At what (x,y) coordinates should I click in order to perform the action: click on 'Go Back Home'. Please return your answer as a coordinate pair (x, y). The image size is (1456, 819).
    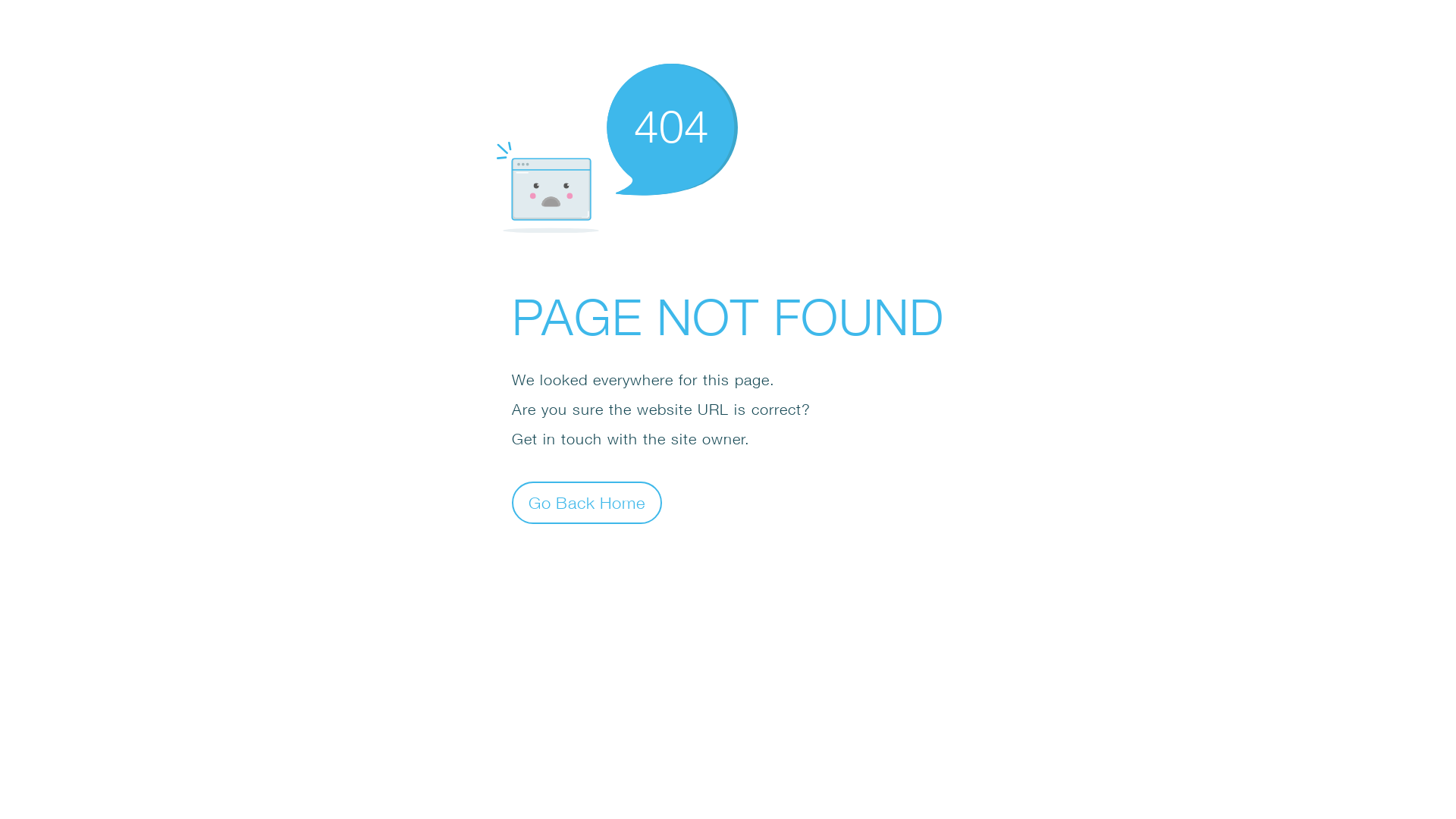
    Looking at the image, I should click on (585, 503).